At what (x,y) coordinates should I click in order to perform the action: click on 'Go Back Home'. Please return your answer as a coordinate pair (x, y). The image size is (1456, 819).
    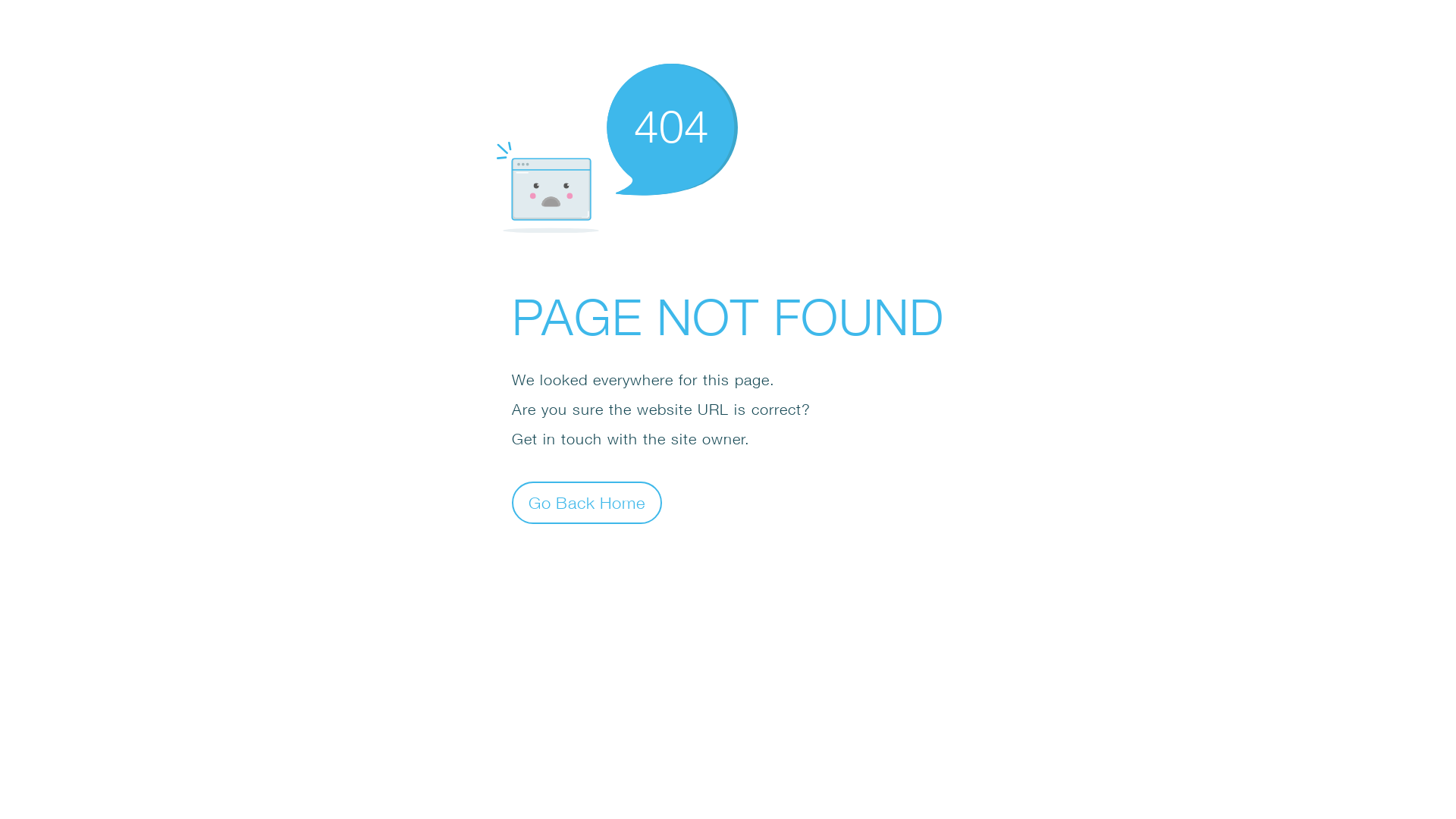
    Looking at the image, I should click on (585, 503).